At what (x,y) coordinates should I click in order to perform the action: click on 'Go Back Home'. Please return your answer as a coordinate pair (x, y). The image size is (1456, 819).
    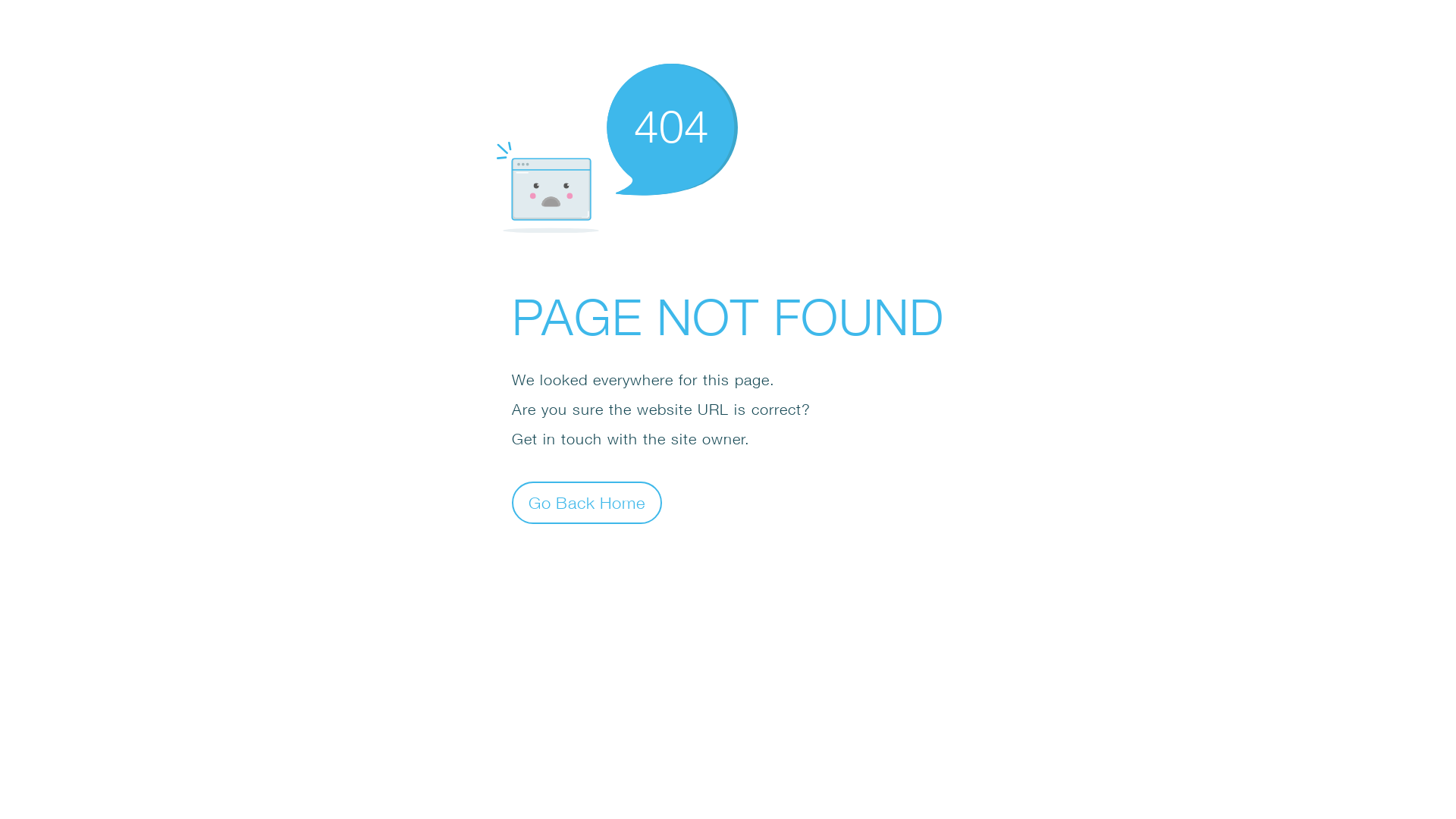
    Looking at the image, I should click on (585, 503).